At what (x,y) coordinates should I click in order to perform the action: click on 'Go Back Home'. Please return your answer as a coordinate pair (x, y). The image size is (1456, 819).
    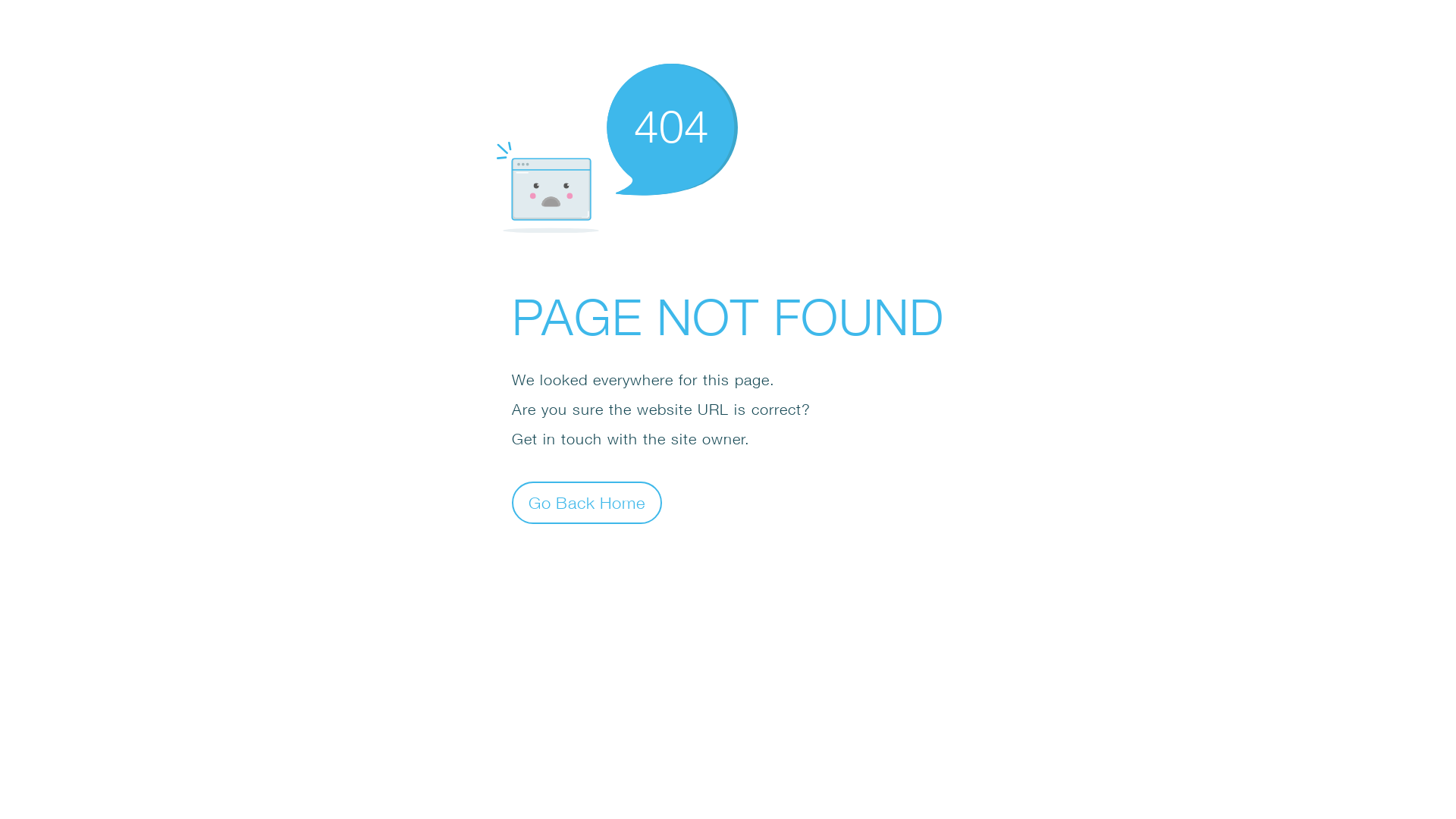
    Looking at the image, I should click on (585, 503).